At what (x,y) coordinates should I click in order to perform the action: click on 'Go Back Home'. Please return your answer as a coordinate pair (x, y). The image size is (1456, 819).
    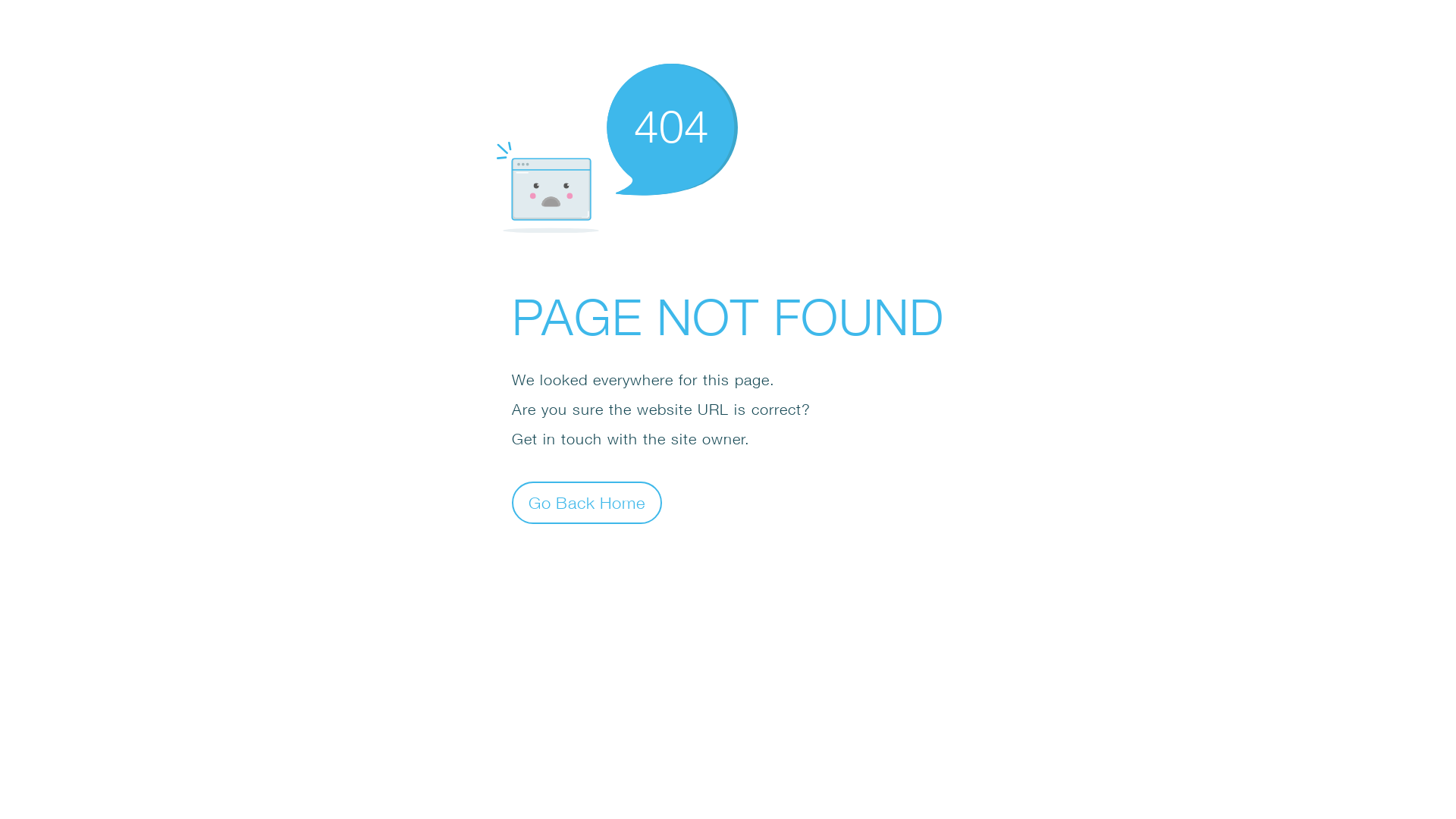
    Looking at the image, I should click on (585, 503).